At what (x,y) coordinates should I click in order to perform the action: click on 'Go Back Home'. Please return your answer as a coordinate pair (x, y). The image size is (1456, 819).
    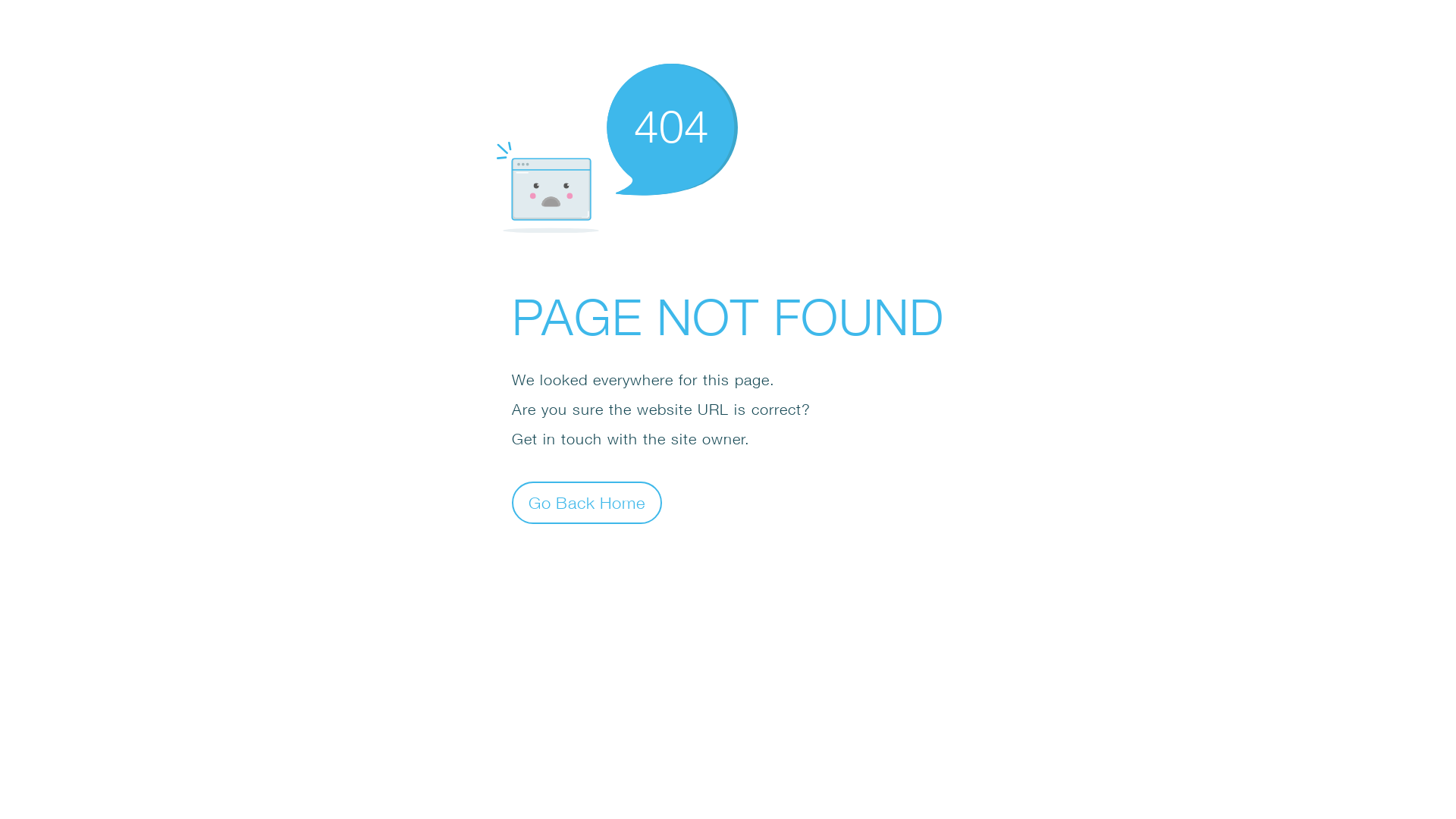
    Looking at the image, I should click on (585, 503).